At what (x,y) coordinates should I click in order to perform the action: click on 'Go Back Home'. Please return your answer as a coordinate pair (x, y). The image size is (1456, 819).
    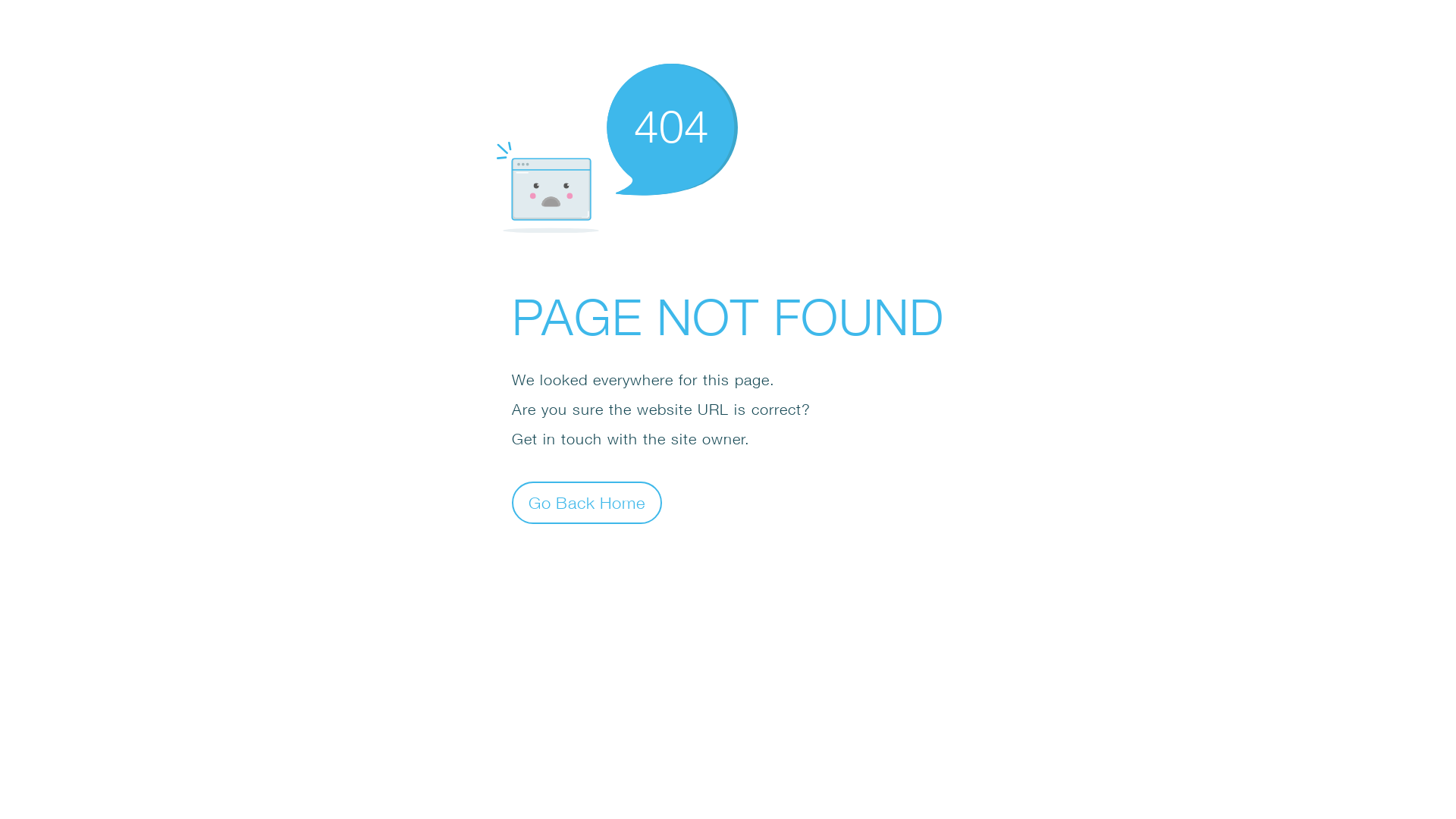
    Looking at the image, I should click on (585, 503).